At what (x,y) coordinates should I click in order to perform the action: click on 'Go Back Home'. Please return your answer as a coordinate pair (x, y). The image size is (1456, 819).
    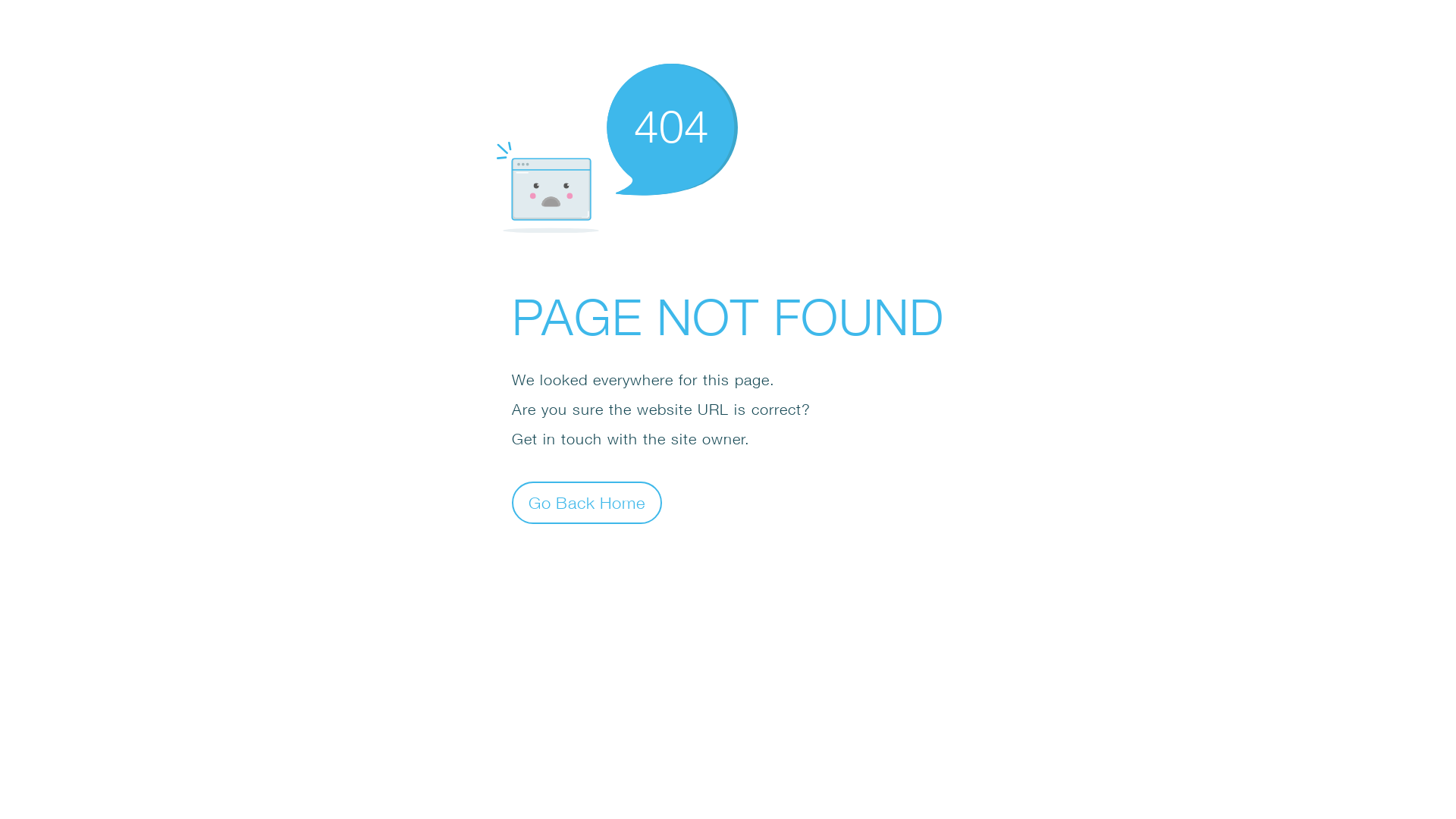
    Looking at the image, I should click on (585, 503).